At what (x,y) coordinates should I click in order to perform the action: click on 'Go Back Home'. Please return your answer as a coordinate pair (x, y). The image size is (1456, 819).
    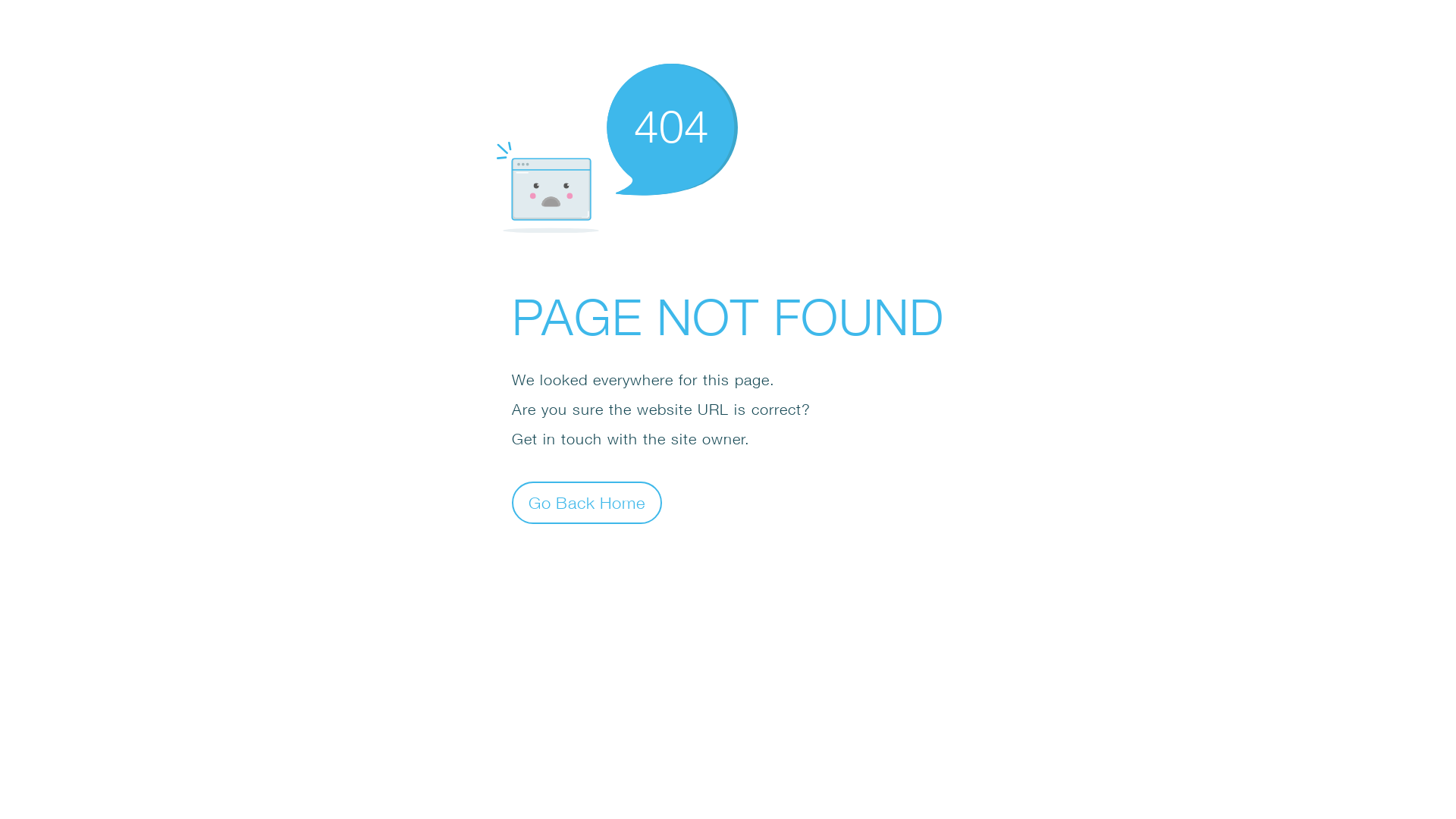
    Looking at the image, I should click on (585, 503).